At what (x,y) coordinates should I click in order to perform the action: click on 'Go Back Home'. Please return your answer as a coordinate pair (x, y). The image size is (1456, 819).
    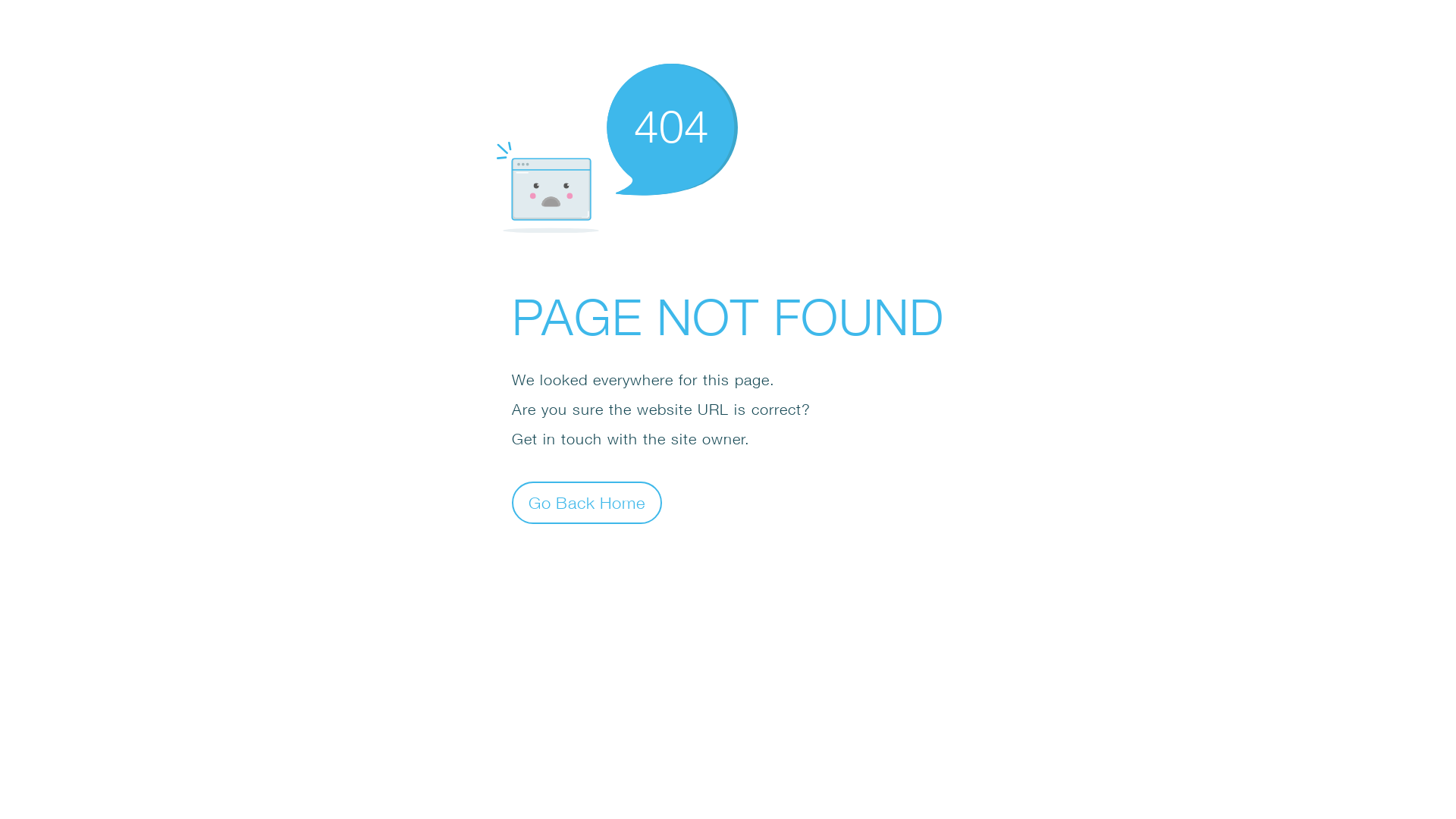
    Looking at the image, I should click on (585, 503).